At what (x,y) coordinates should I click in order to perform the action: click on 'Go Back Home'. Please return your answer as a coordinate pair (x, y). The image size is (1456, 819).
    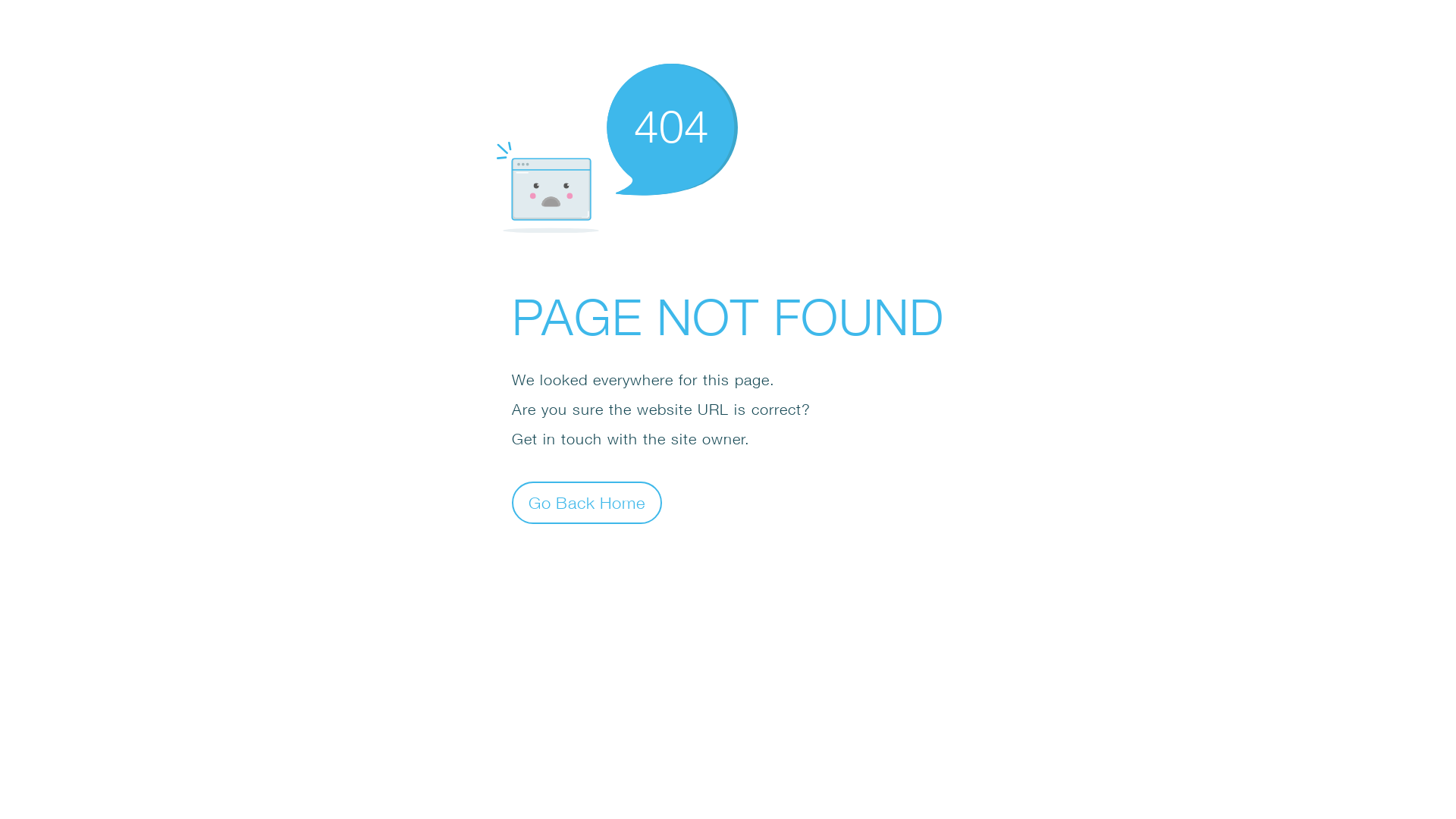
    Looking at the image, I should click on (585, 503).